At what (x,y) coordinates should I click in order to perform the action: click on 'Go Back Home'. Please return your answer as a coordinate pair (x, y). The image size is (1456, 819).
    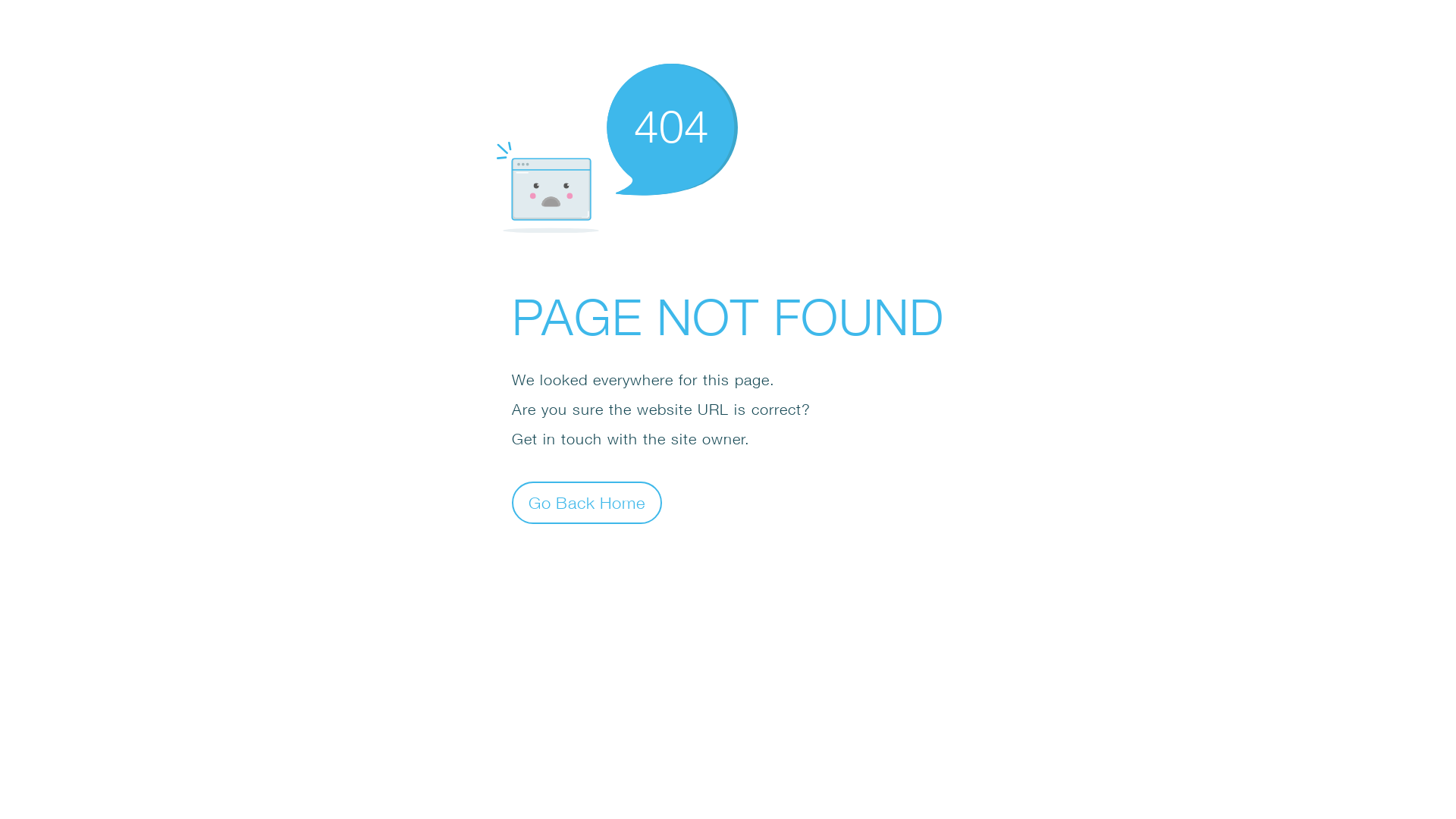
    Looking at the image, I should click on (585, 503).